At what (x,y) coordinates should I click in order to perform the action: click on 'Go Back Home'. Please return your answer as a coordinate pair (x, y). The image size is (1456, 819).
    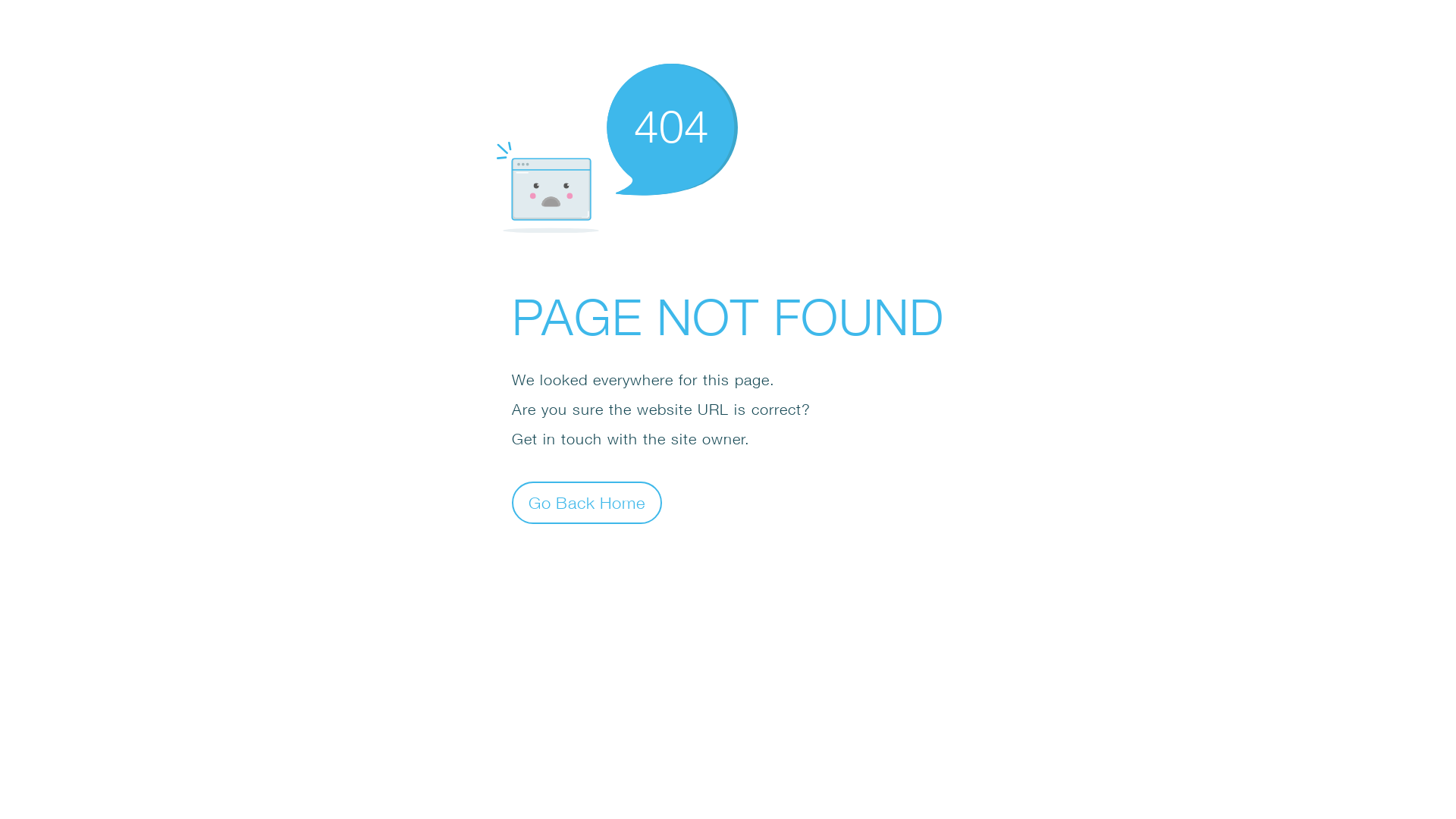
    Looking at the image, I should click on (585, 503).